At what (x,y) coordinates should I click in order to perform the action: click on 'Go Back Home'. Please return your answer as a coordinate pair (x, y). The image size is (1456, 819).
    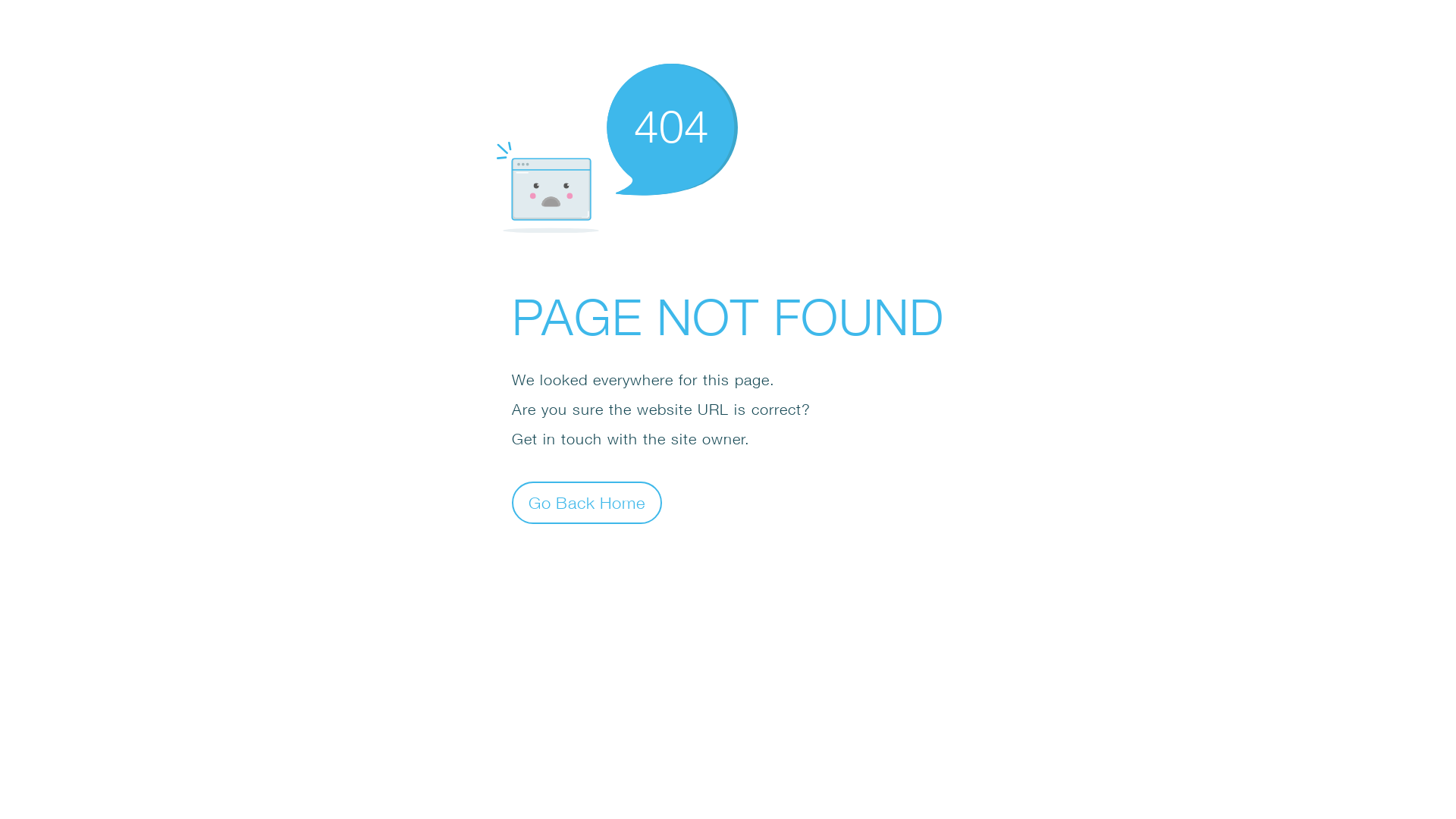
    Looking at the image, I should click on (585, 503).